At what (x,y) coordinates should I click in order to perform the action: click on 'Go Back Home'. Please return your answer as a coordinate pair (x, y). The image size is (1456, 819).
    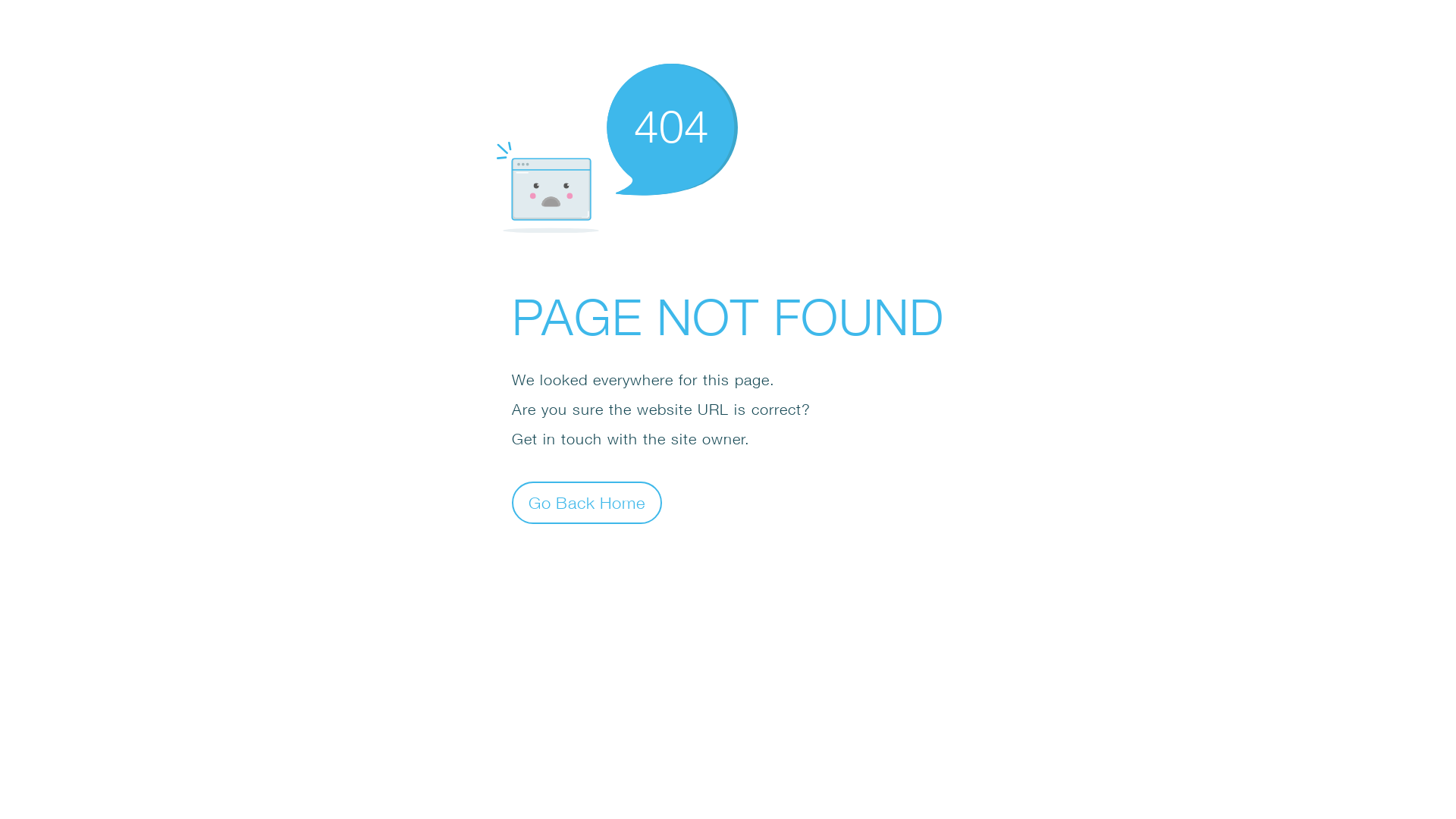
    Looking at the image, I should click on (585, 503).